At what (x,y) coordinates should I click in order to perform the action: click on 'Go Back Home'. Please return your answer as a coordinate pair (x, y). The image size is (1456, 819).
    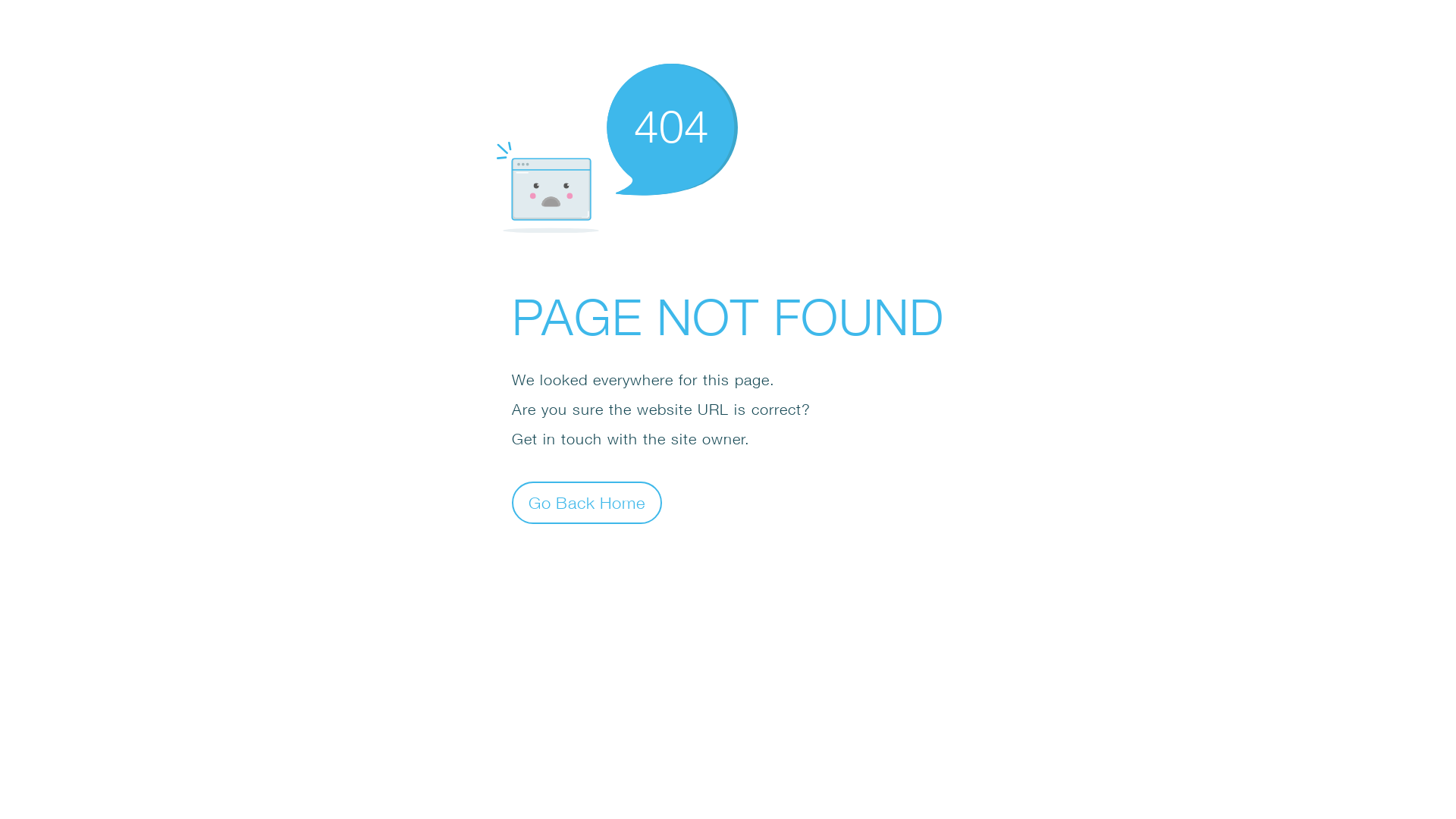
    Looking at the image, I should click on (585, 503).